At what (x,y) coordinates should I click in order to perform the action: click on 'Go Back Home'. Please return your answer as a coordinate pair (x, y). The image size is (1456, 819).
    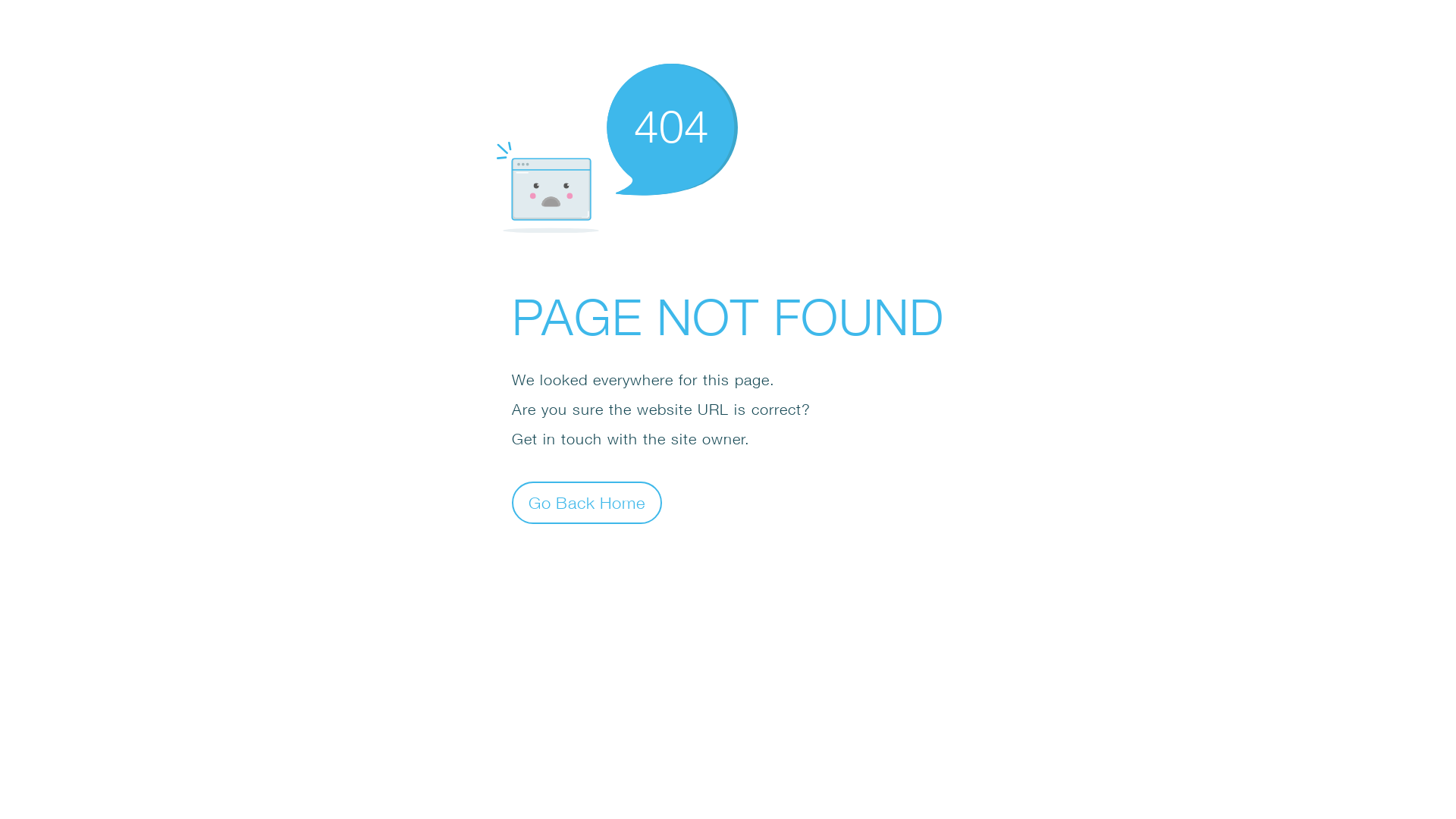
    Looking at the image, I should click on (585, 503).